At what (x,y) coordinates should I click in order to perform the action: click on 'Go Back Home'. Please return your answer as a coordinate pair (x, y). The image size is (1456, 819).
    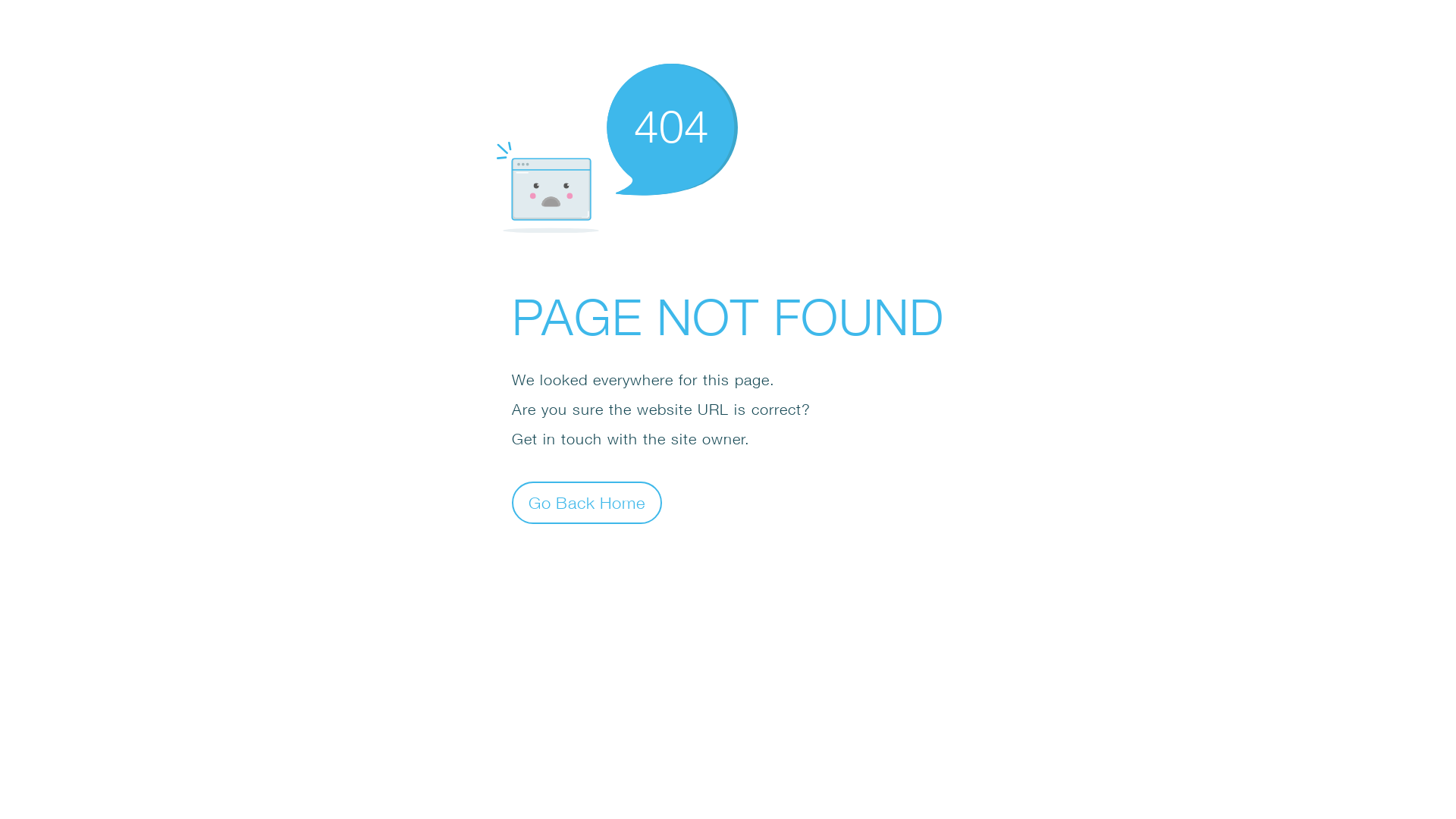
    Looking at the image, I should click on (585, 503).